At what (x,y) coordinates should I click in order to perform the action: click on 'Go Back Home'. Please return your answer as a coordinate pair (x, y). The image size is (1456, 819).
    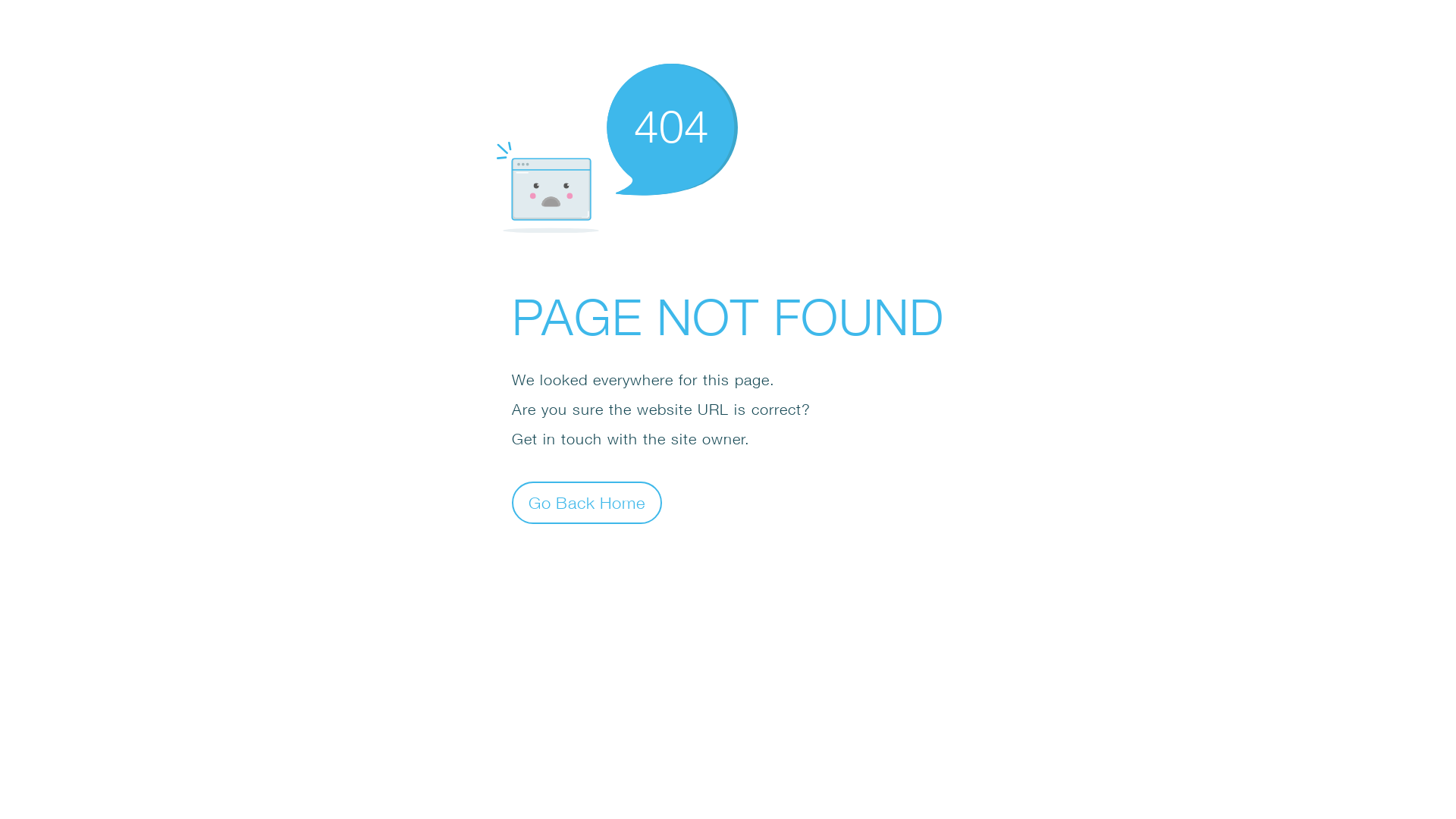
    Looking at the image, I should click on (585, 503).